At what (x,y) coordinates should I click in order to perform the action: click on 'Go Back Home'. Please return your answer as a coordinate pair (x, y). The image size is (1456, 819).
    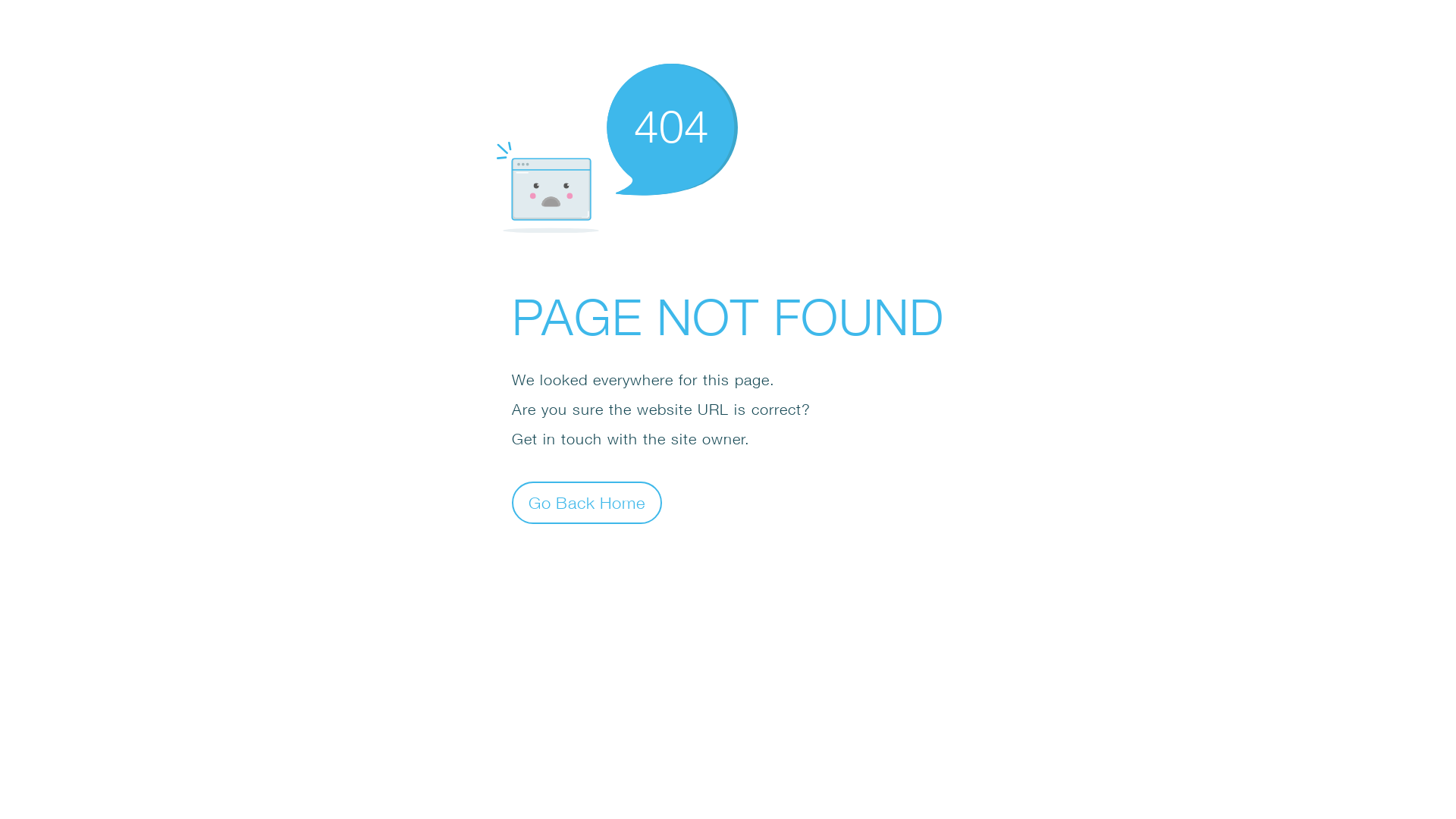
    Looking at the image, I should click on (585, 503).